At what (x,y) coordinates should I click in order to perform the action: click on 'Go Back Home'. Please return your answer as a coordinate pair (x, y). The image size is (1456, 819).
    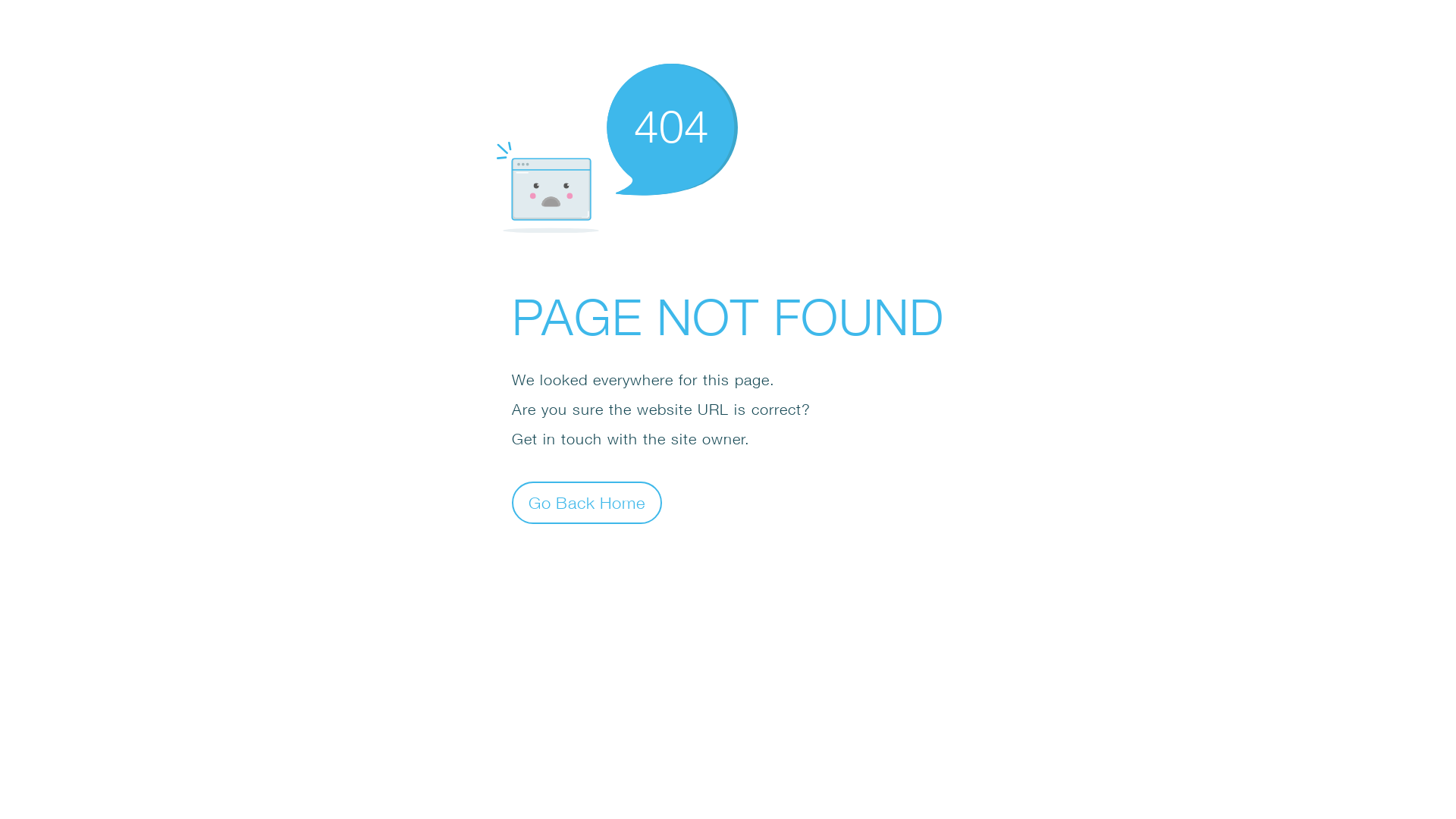
    Looking at the image, I should click on (585, 503).